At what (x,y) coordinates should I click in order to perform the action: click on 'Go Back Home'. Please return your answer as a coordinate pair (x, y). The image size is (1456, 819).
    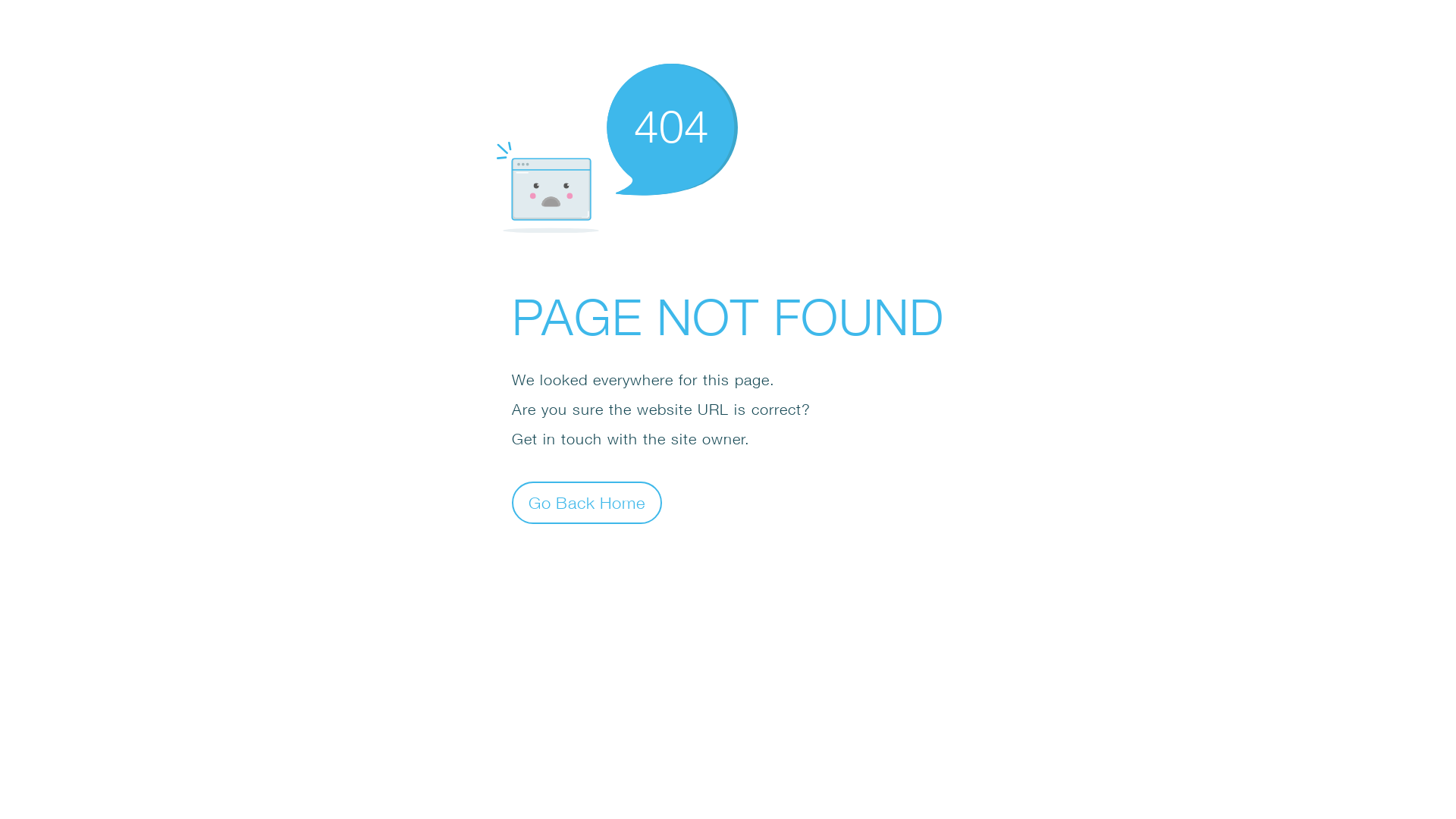
    Looking at the image, I should click on (585, 503).